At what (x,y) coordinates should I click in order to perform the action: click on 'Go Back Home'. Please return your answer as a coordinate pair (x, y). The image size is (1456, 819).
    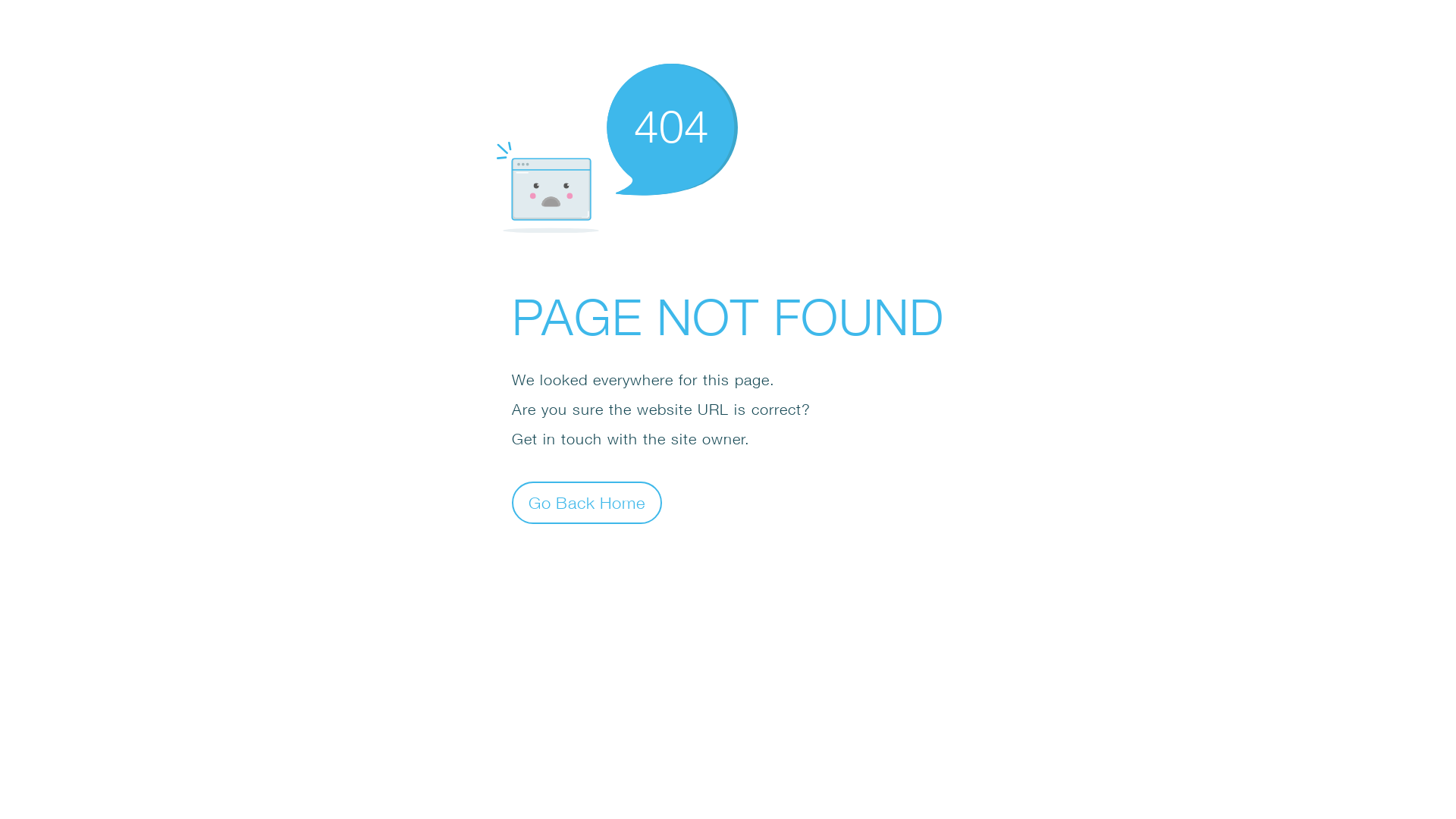
    Looking at the image, I should click on (585, 503).